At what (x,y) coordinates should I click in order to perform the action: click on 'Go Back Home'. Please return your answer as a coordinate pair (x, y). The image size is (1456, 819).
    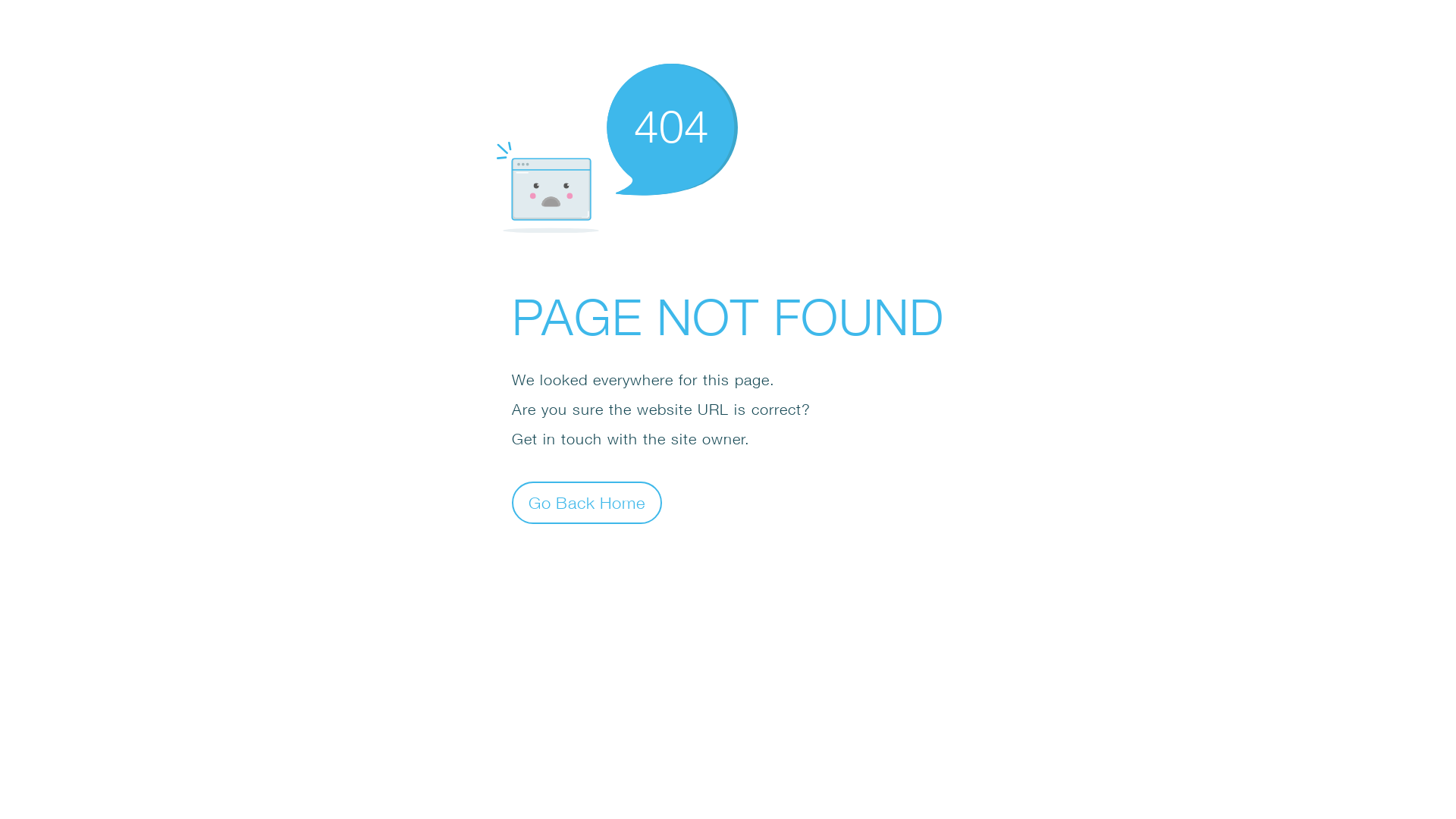
    Looking at the image, I should click on (585, 503).